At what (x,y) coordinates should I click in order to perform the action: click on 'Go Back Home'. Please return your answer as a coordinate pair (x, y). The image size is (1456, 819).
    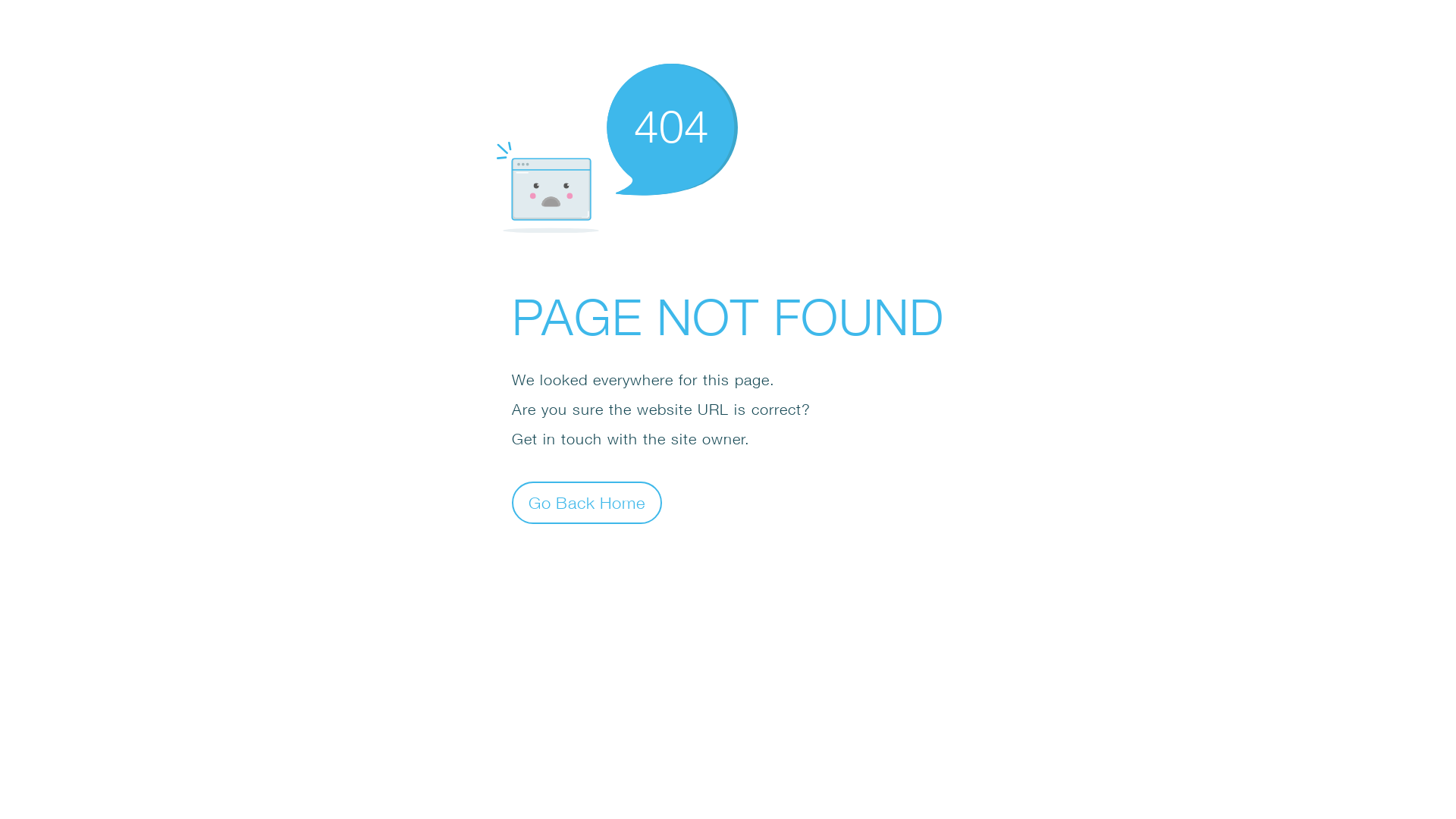
    Looking at the image, I should click on (585, 503).